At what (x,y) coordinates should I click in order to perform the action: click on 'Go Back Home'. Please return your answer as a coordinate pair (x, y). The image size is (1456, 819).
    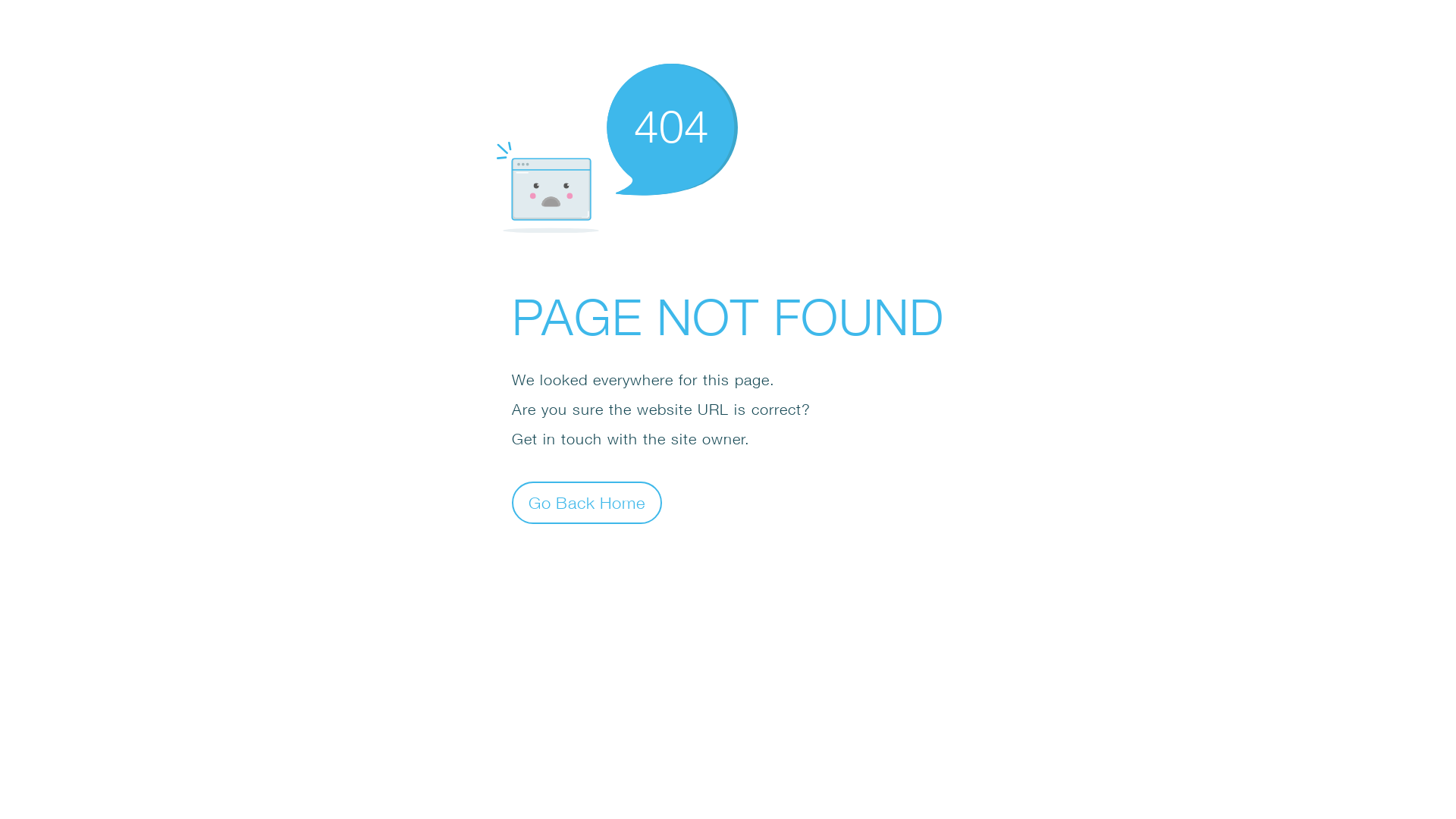
    Looking at the image, I should click on (585, 503).